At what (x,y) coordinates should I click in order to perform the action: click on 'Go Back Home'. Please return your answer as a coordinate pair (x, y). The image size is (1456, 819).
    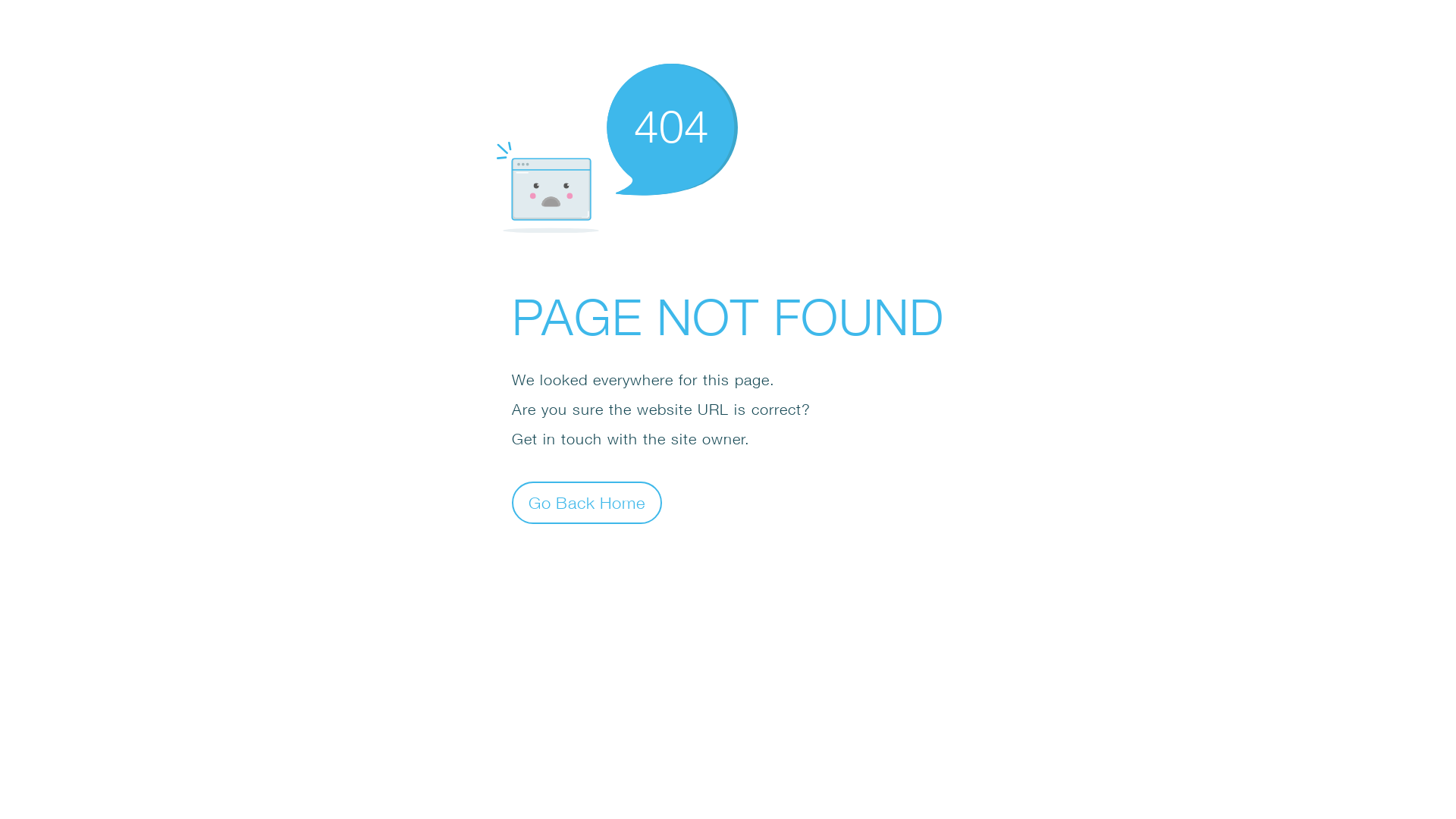
    Looking at the image, I should click on (585, 503).